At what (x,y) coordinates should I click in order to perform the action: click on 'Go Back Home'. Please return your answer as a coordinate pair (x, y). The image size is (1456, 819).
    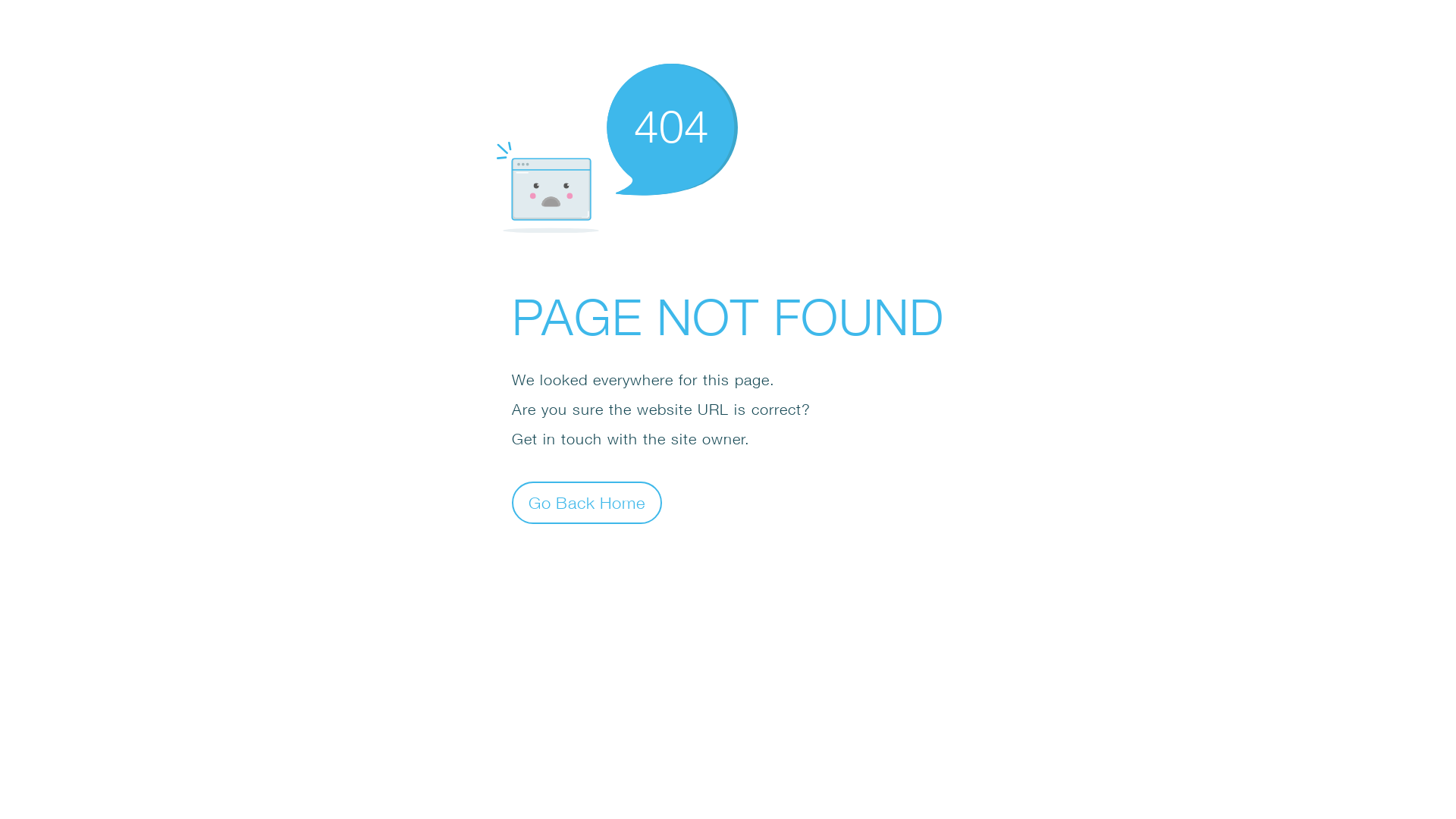
    Looking at the image, I should click on (585, 503).